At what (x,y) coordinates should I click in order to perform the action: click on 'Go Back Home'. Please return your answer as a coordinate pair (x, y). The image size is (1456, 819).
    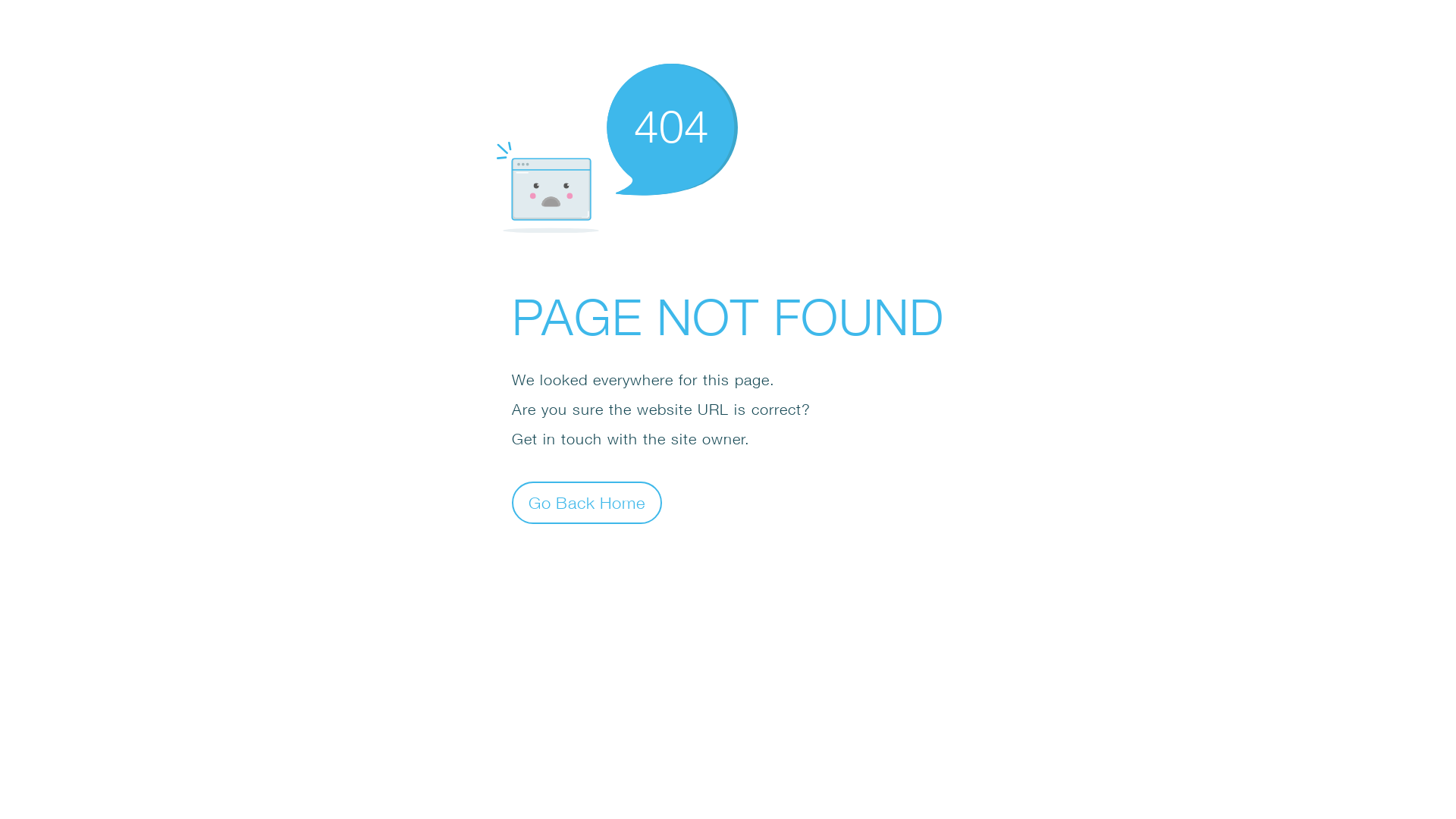
    Looking at the image, I should click on (585, 503).